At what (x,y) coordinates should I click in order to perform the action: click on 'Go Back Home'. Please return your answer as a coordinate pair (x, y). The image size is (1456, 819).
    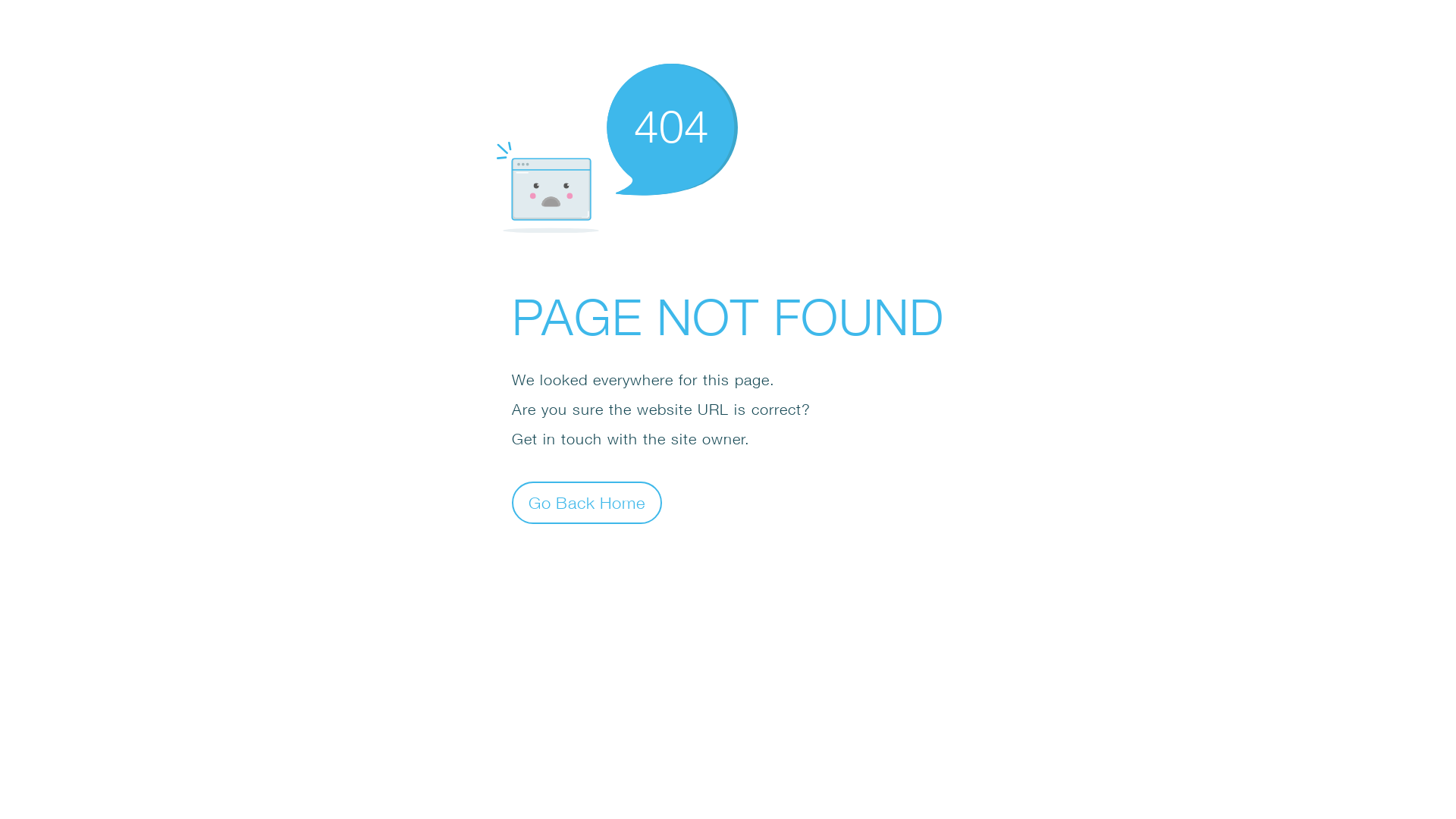
    Looking at the image, I should click on (585, 503).